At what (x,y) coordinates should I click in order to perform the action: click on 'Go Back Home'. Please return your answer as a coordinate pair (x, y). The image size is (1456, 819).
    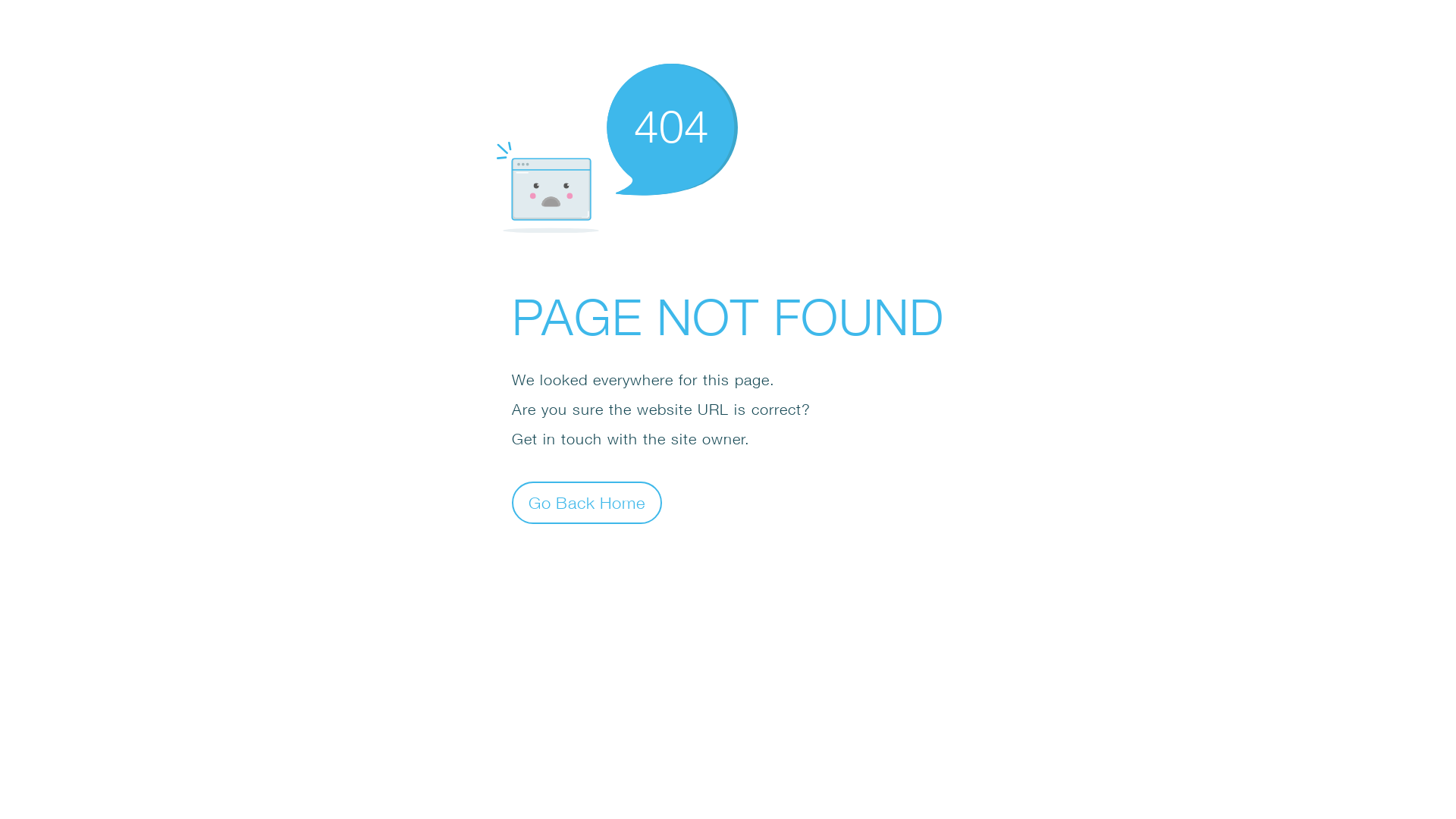
    Looking at the image, I should click on (585, 503).